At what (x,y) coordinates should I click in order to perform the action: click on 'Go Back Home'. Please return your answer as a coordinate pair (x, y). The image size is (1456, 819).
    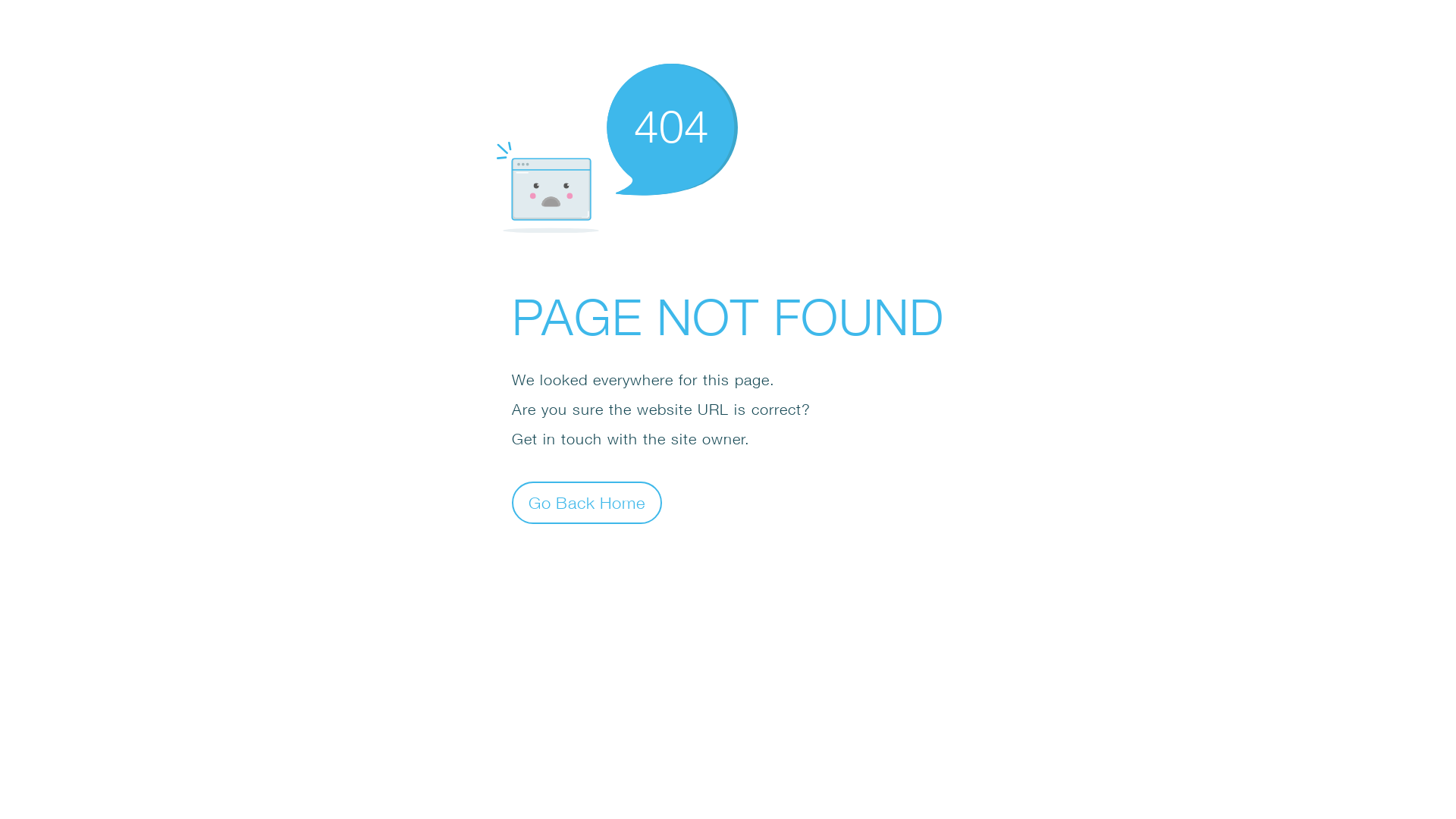
    Looking at the image, I should click on (585, 503).